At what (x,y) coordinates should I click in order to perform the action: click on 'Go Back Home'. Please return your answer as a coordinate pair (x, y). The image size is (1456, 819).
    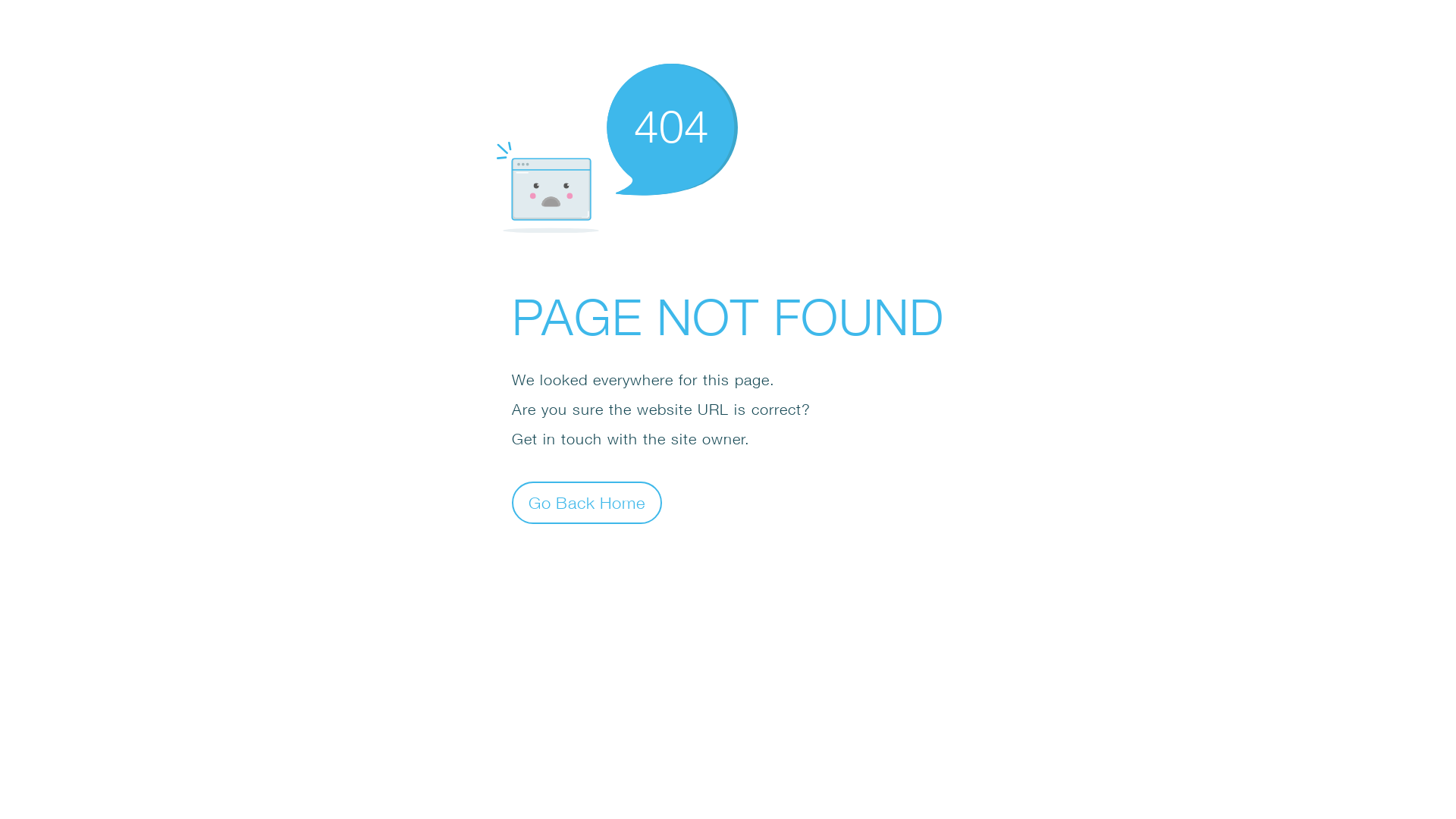
    Looking at the image, I should click on (585, 503).